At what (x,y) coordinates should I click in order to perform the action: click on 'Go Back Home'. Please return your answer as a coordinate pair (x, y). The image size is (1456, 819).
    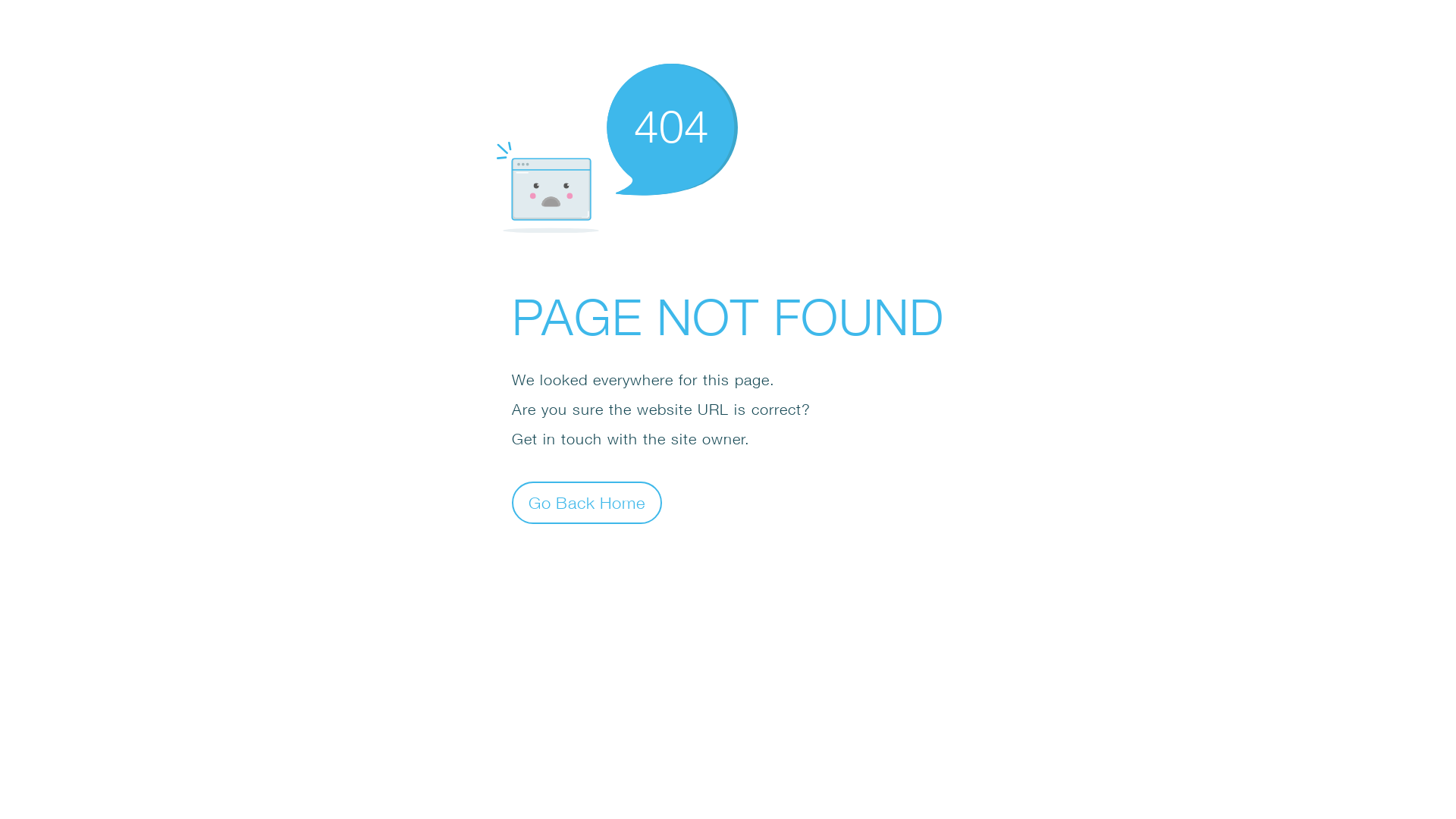
    Looking at the image, I should click on (585, 503).